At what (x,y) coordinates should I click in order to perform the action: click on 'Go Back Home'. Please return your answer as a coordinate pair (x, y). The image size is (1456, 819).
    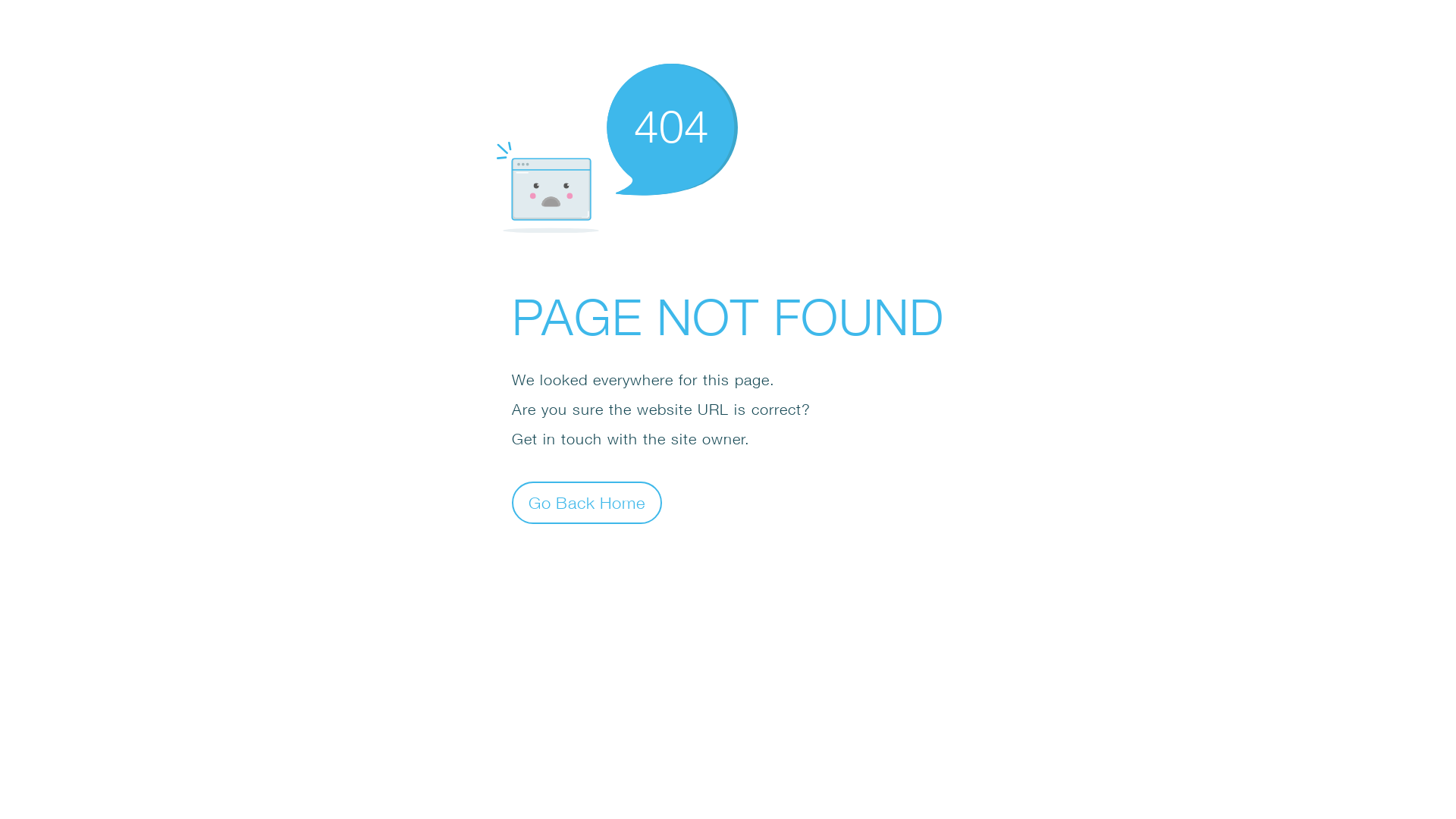
    Looking at the image, I should click on (585, 503).